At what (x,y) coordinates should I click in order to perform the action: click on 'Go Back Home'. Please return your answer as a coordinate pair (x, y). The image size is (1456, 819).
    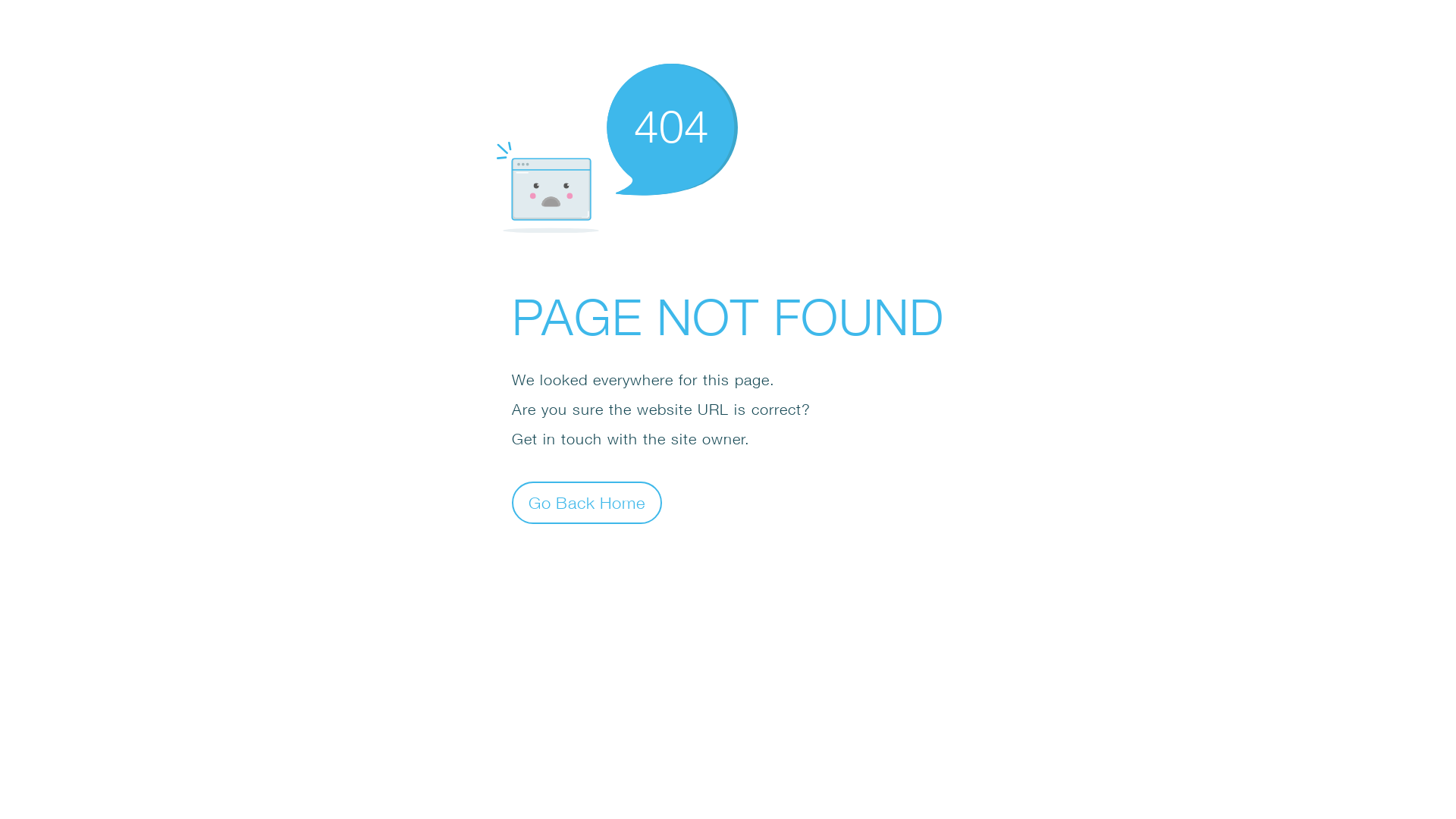
    Looking at the image, I should click on (585, 503).